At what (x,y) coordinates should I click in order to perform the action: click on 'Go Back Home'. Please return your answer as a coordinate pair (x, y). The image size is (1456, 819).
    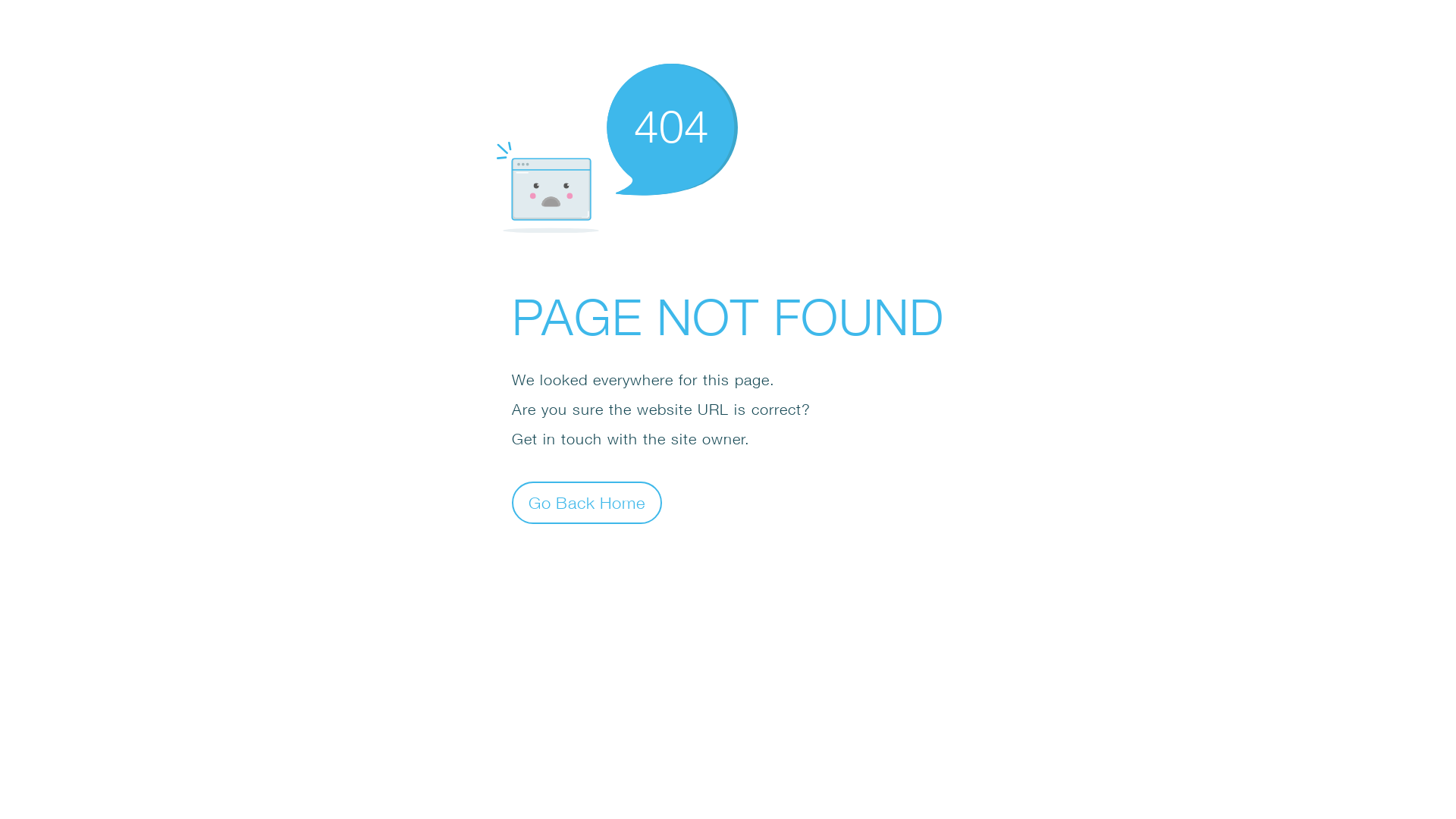
    Looking at the image, I should click on (585, 503).